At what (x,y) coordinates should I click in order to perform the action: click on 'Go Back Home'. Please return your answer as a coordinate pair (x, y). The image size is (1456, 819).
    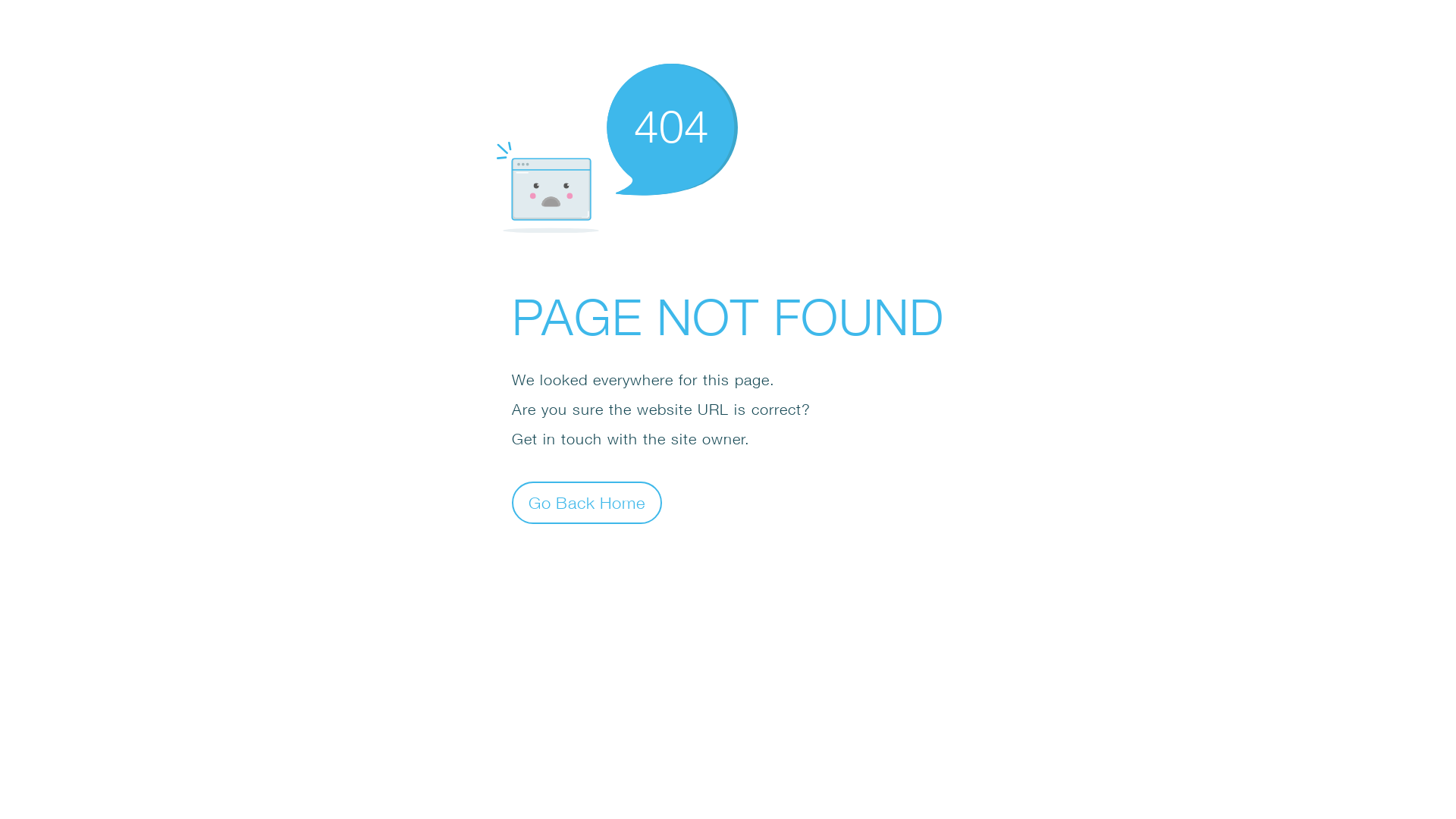
    Looking at the image, I should click on (585, 503).